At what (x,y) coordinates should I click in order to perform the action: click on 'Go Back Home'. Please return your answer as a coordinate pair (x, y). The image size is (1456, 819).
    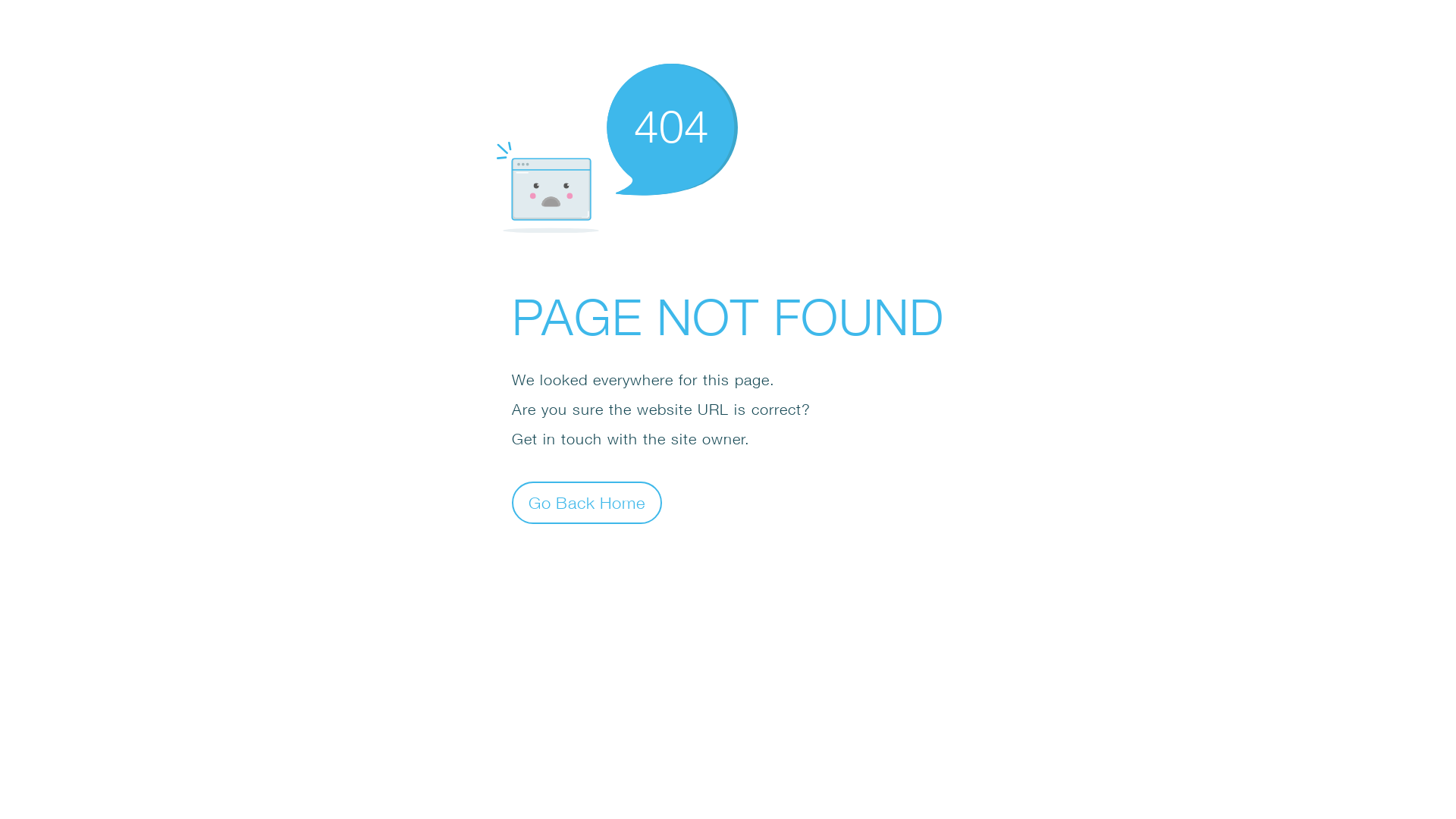
    Looking at the image, I should click on (585, 503).